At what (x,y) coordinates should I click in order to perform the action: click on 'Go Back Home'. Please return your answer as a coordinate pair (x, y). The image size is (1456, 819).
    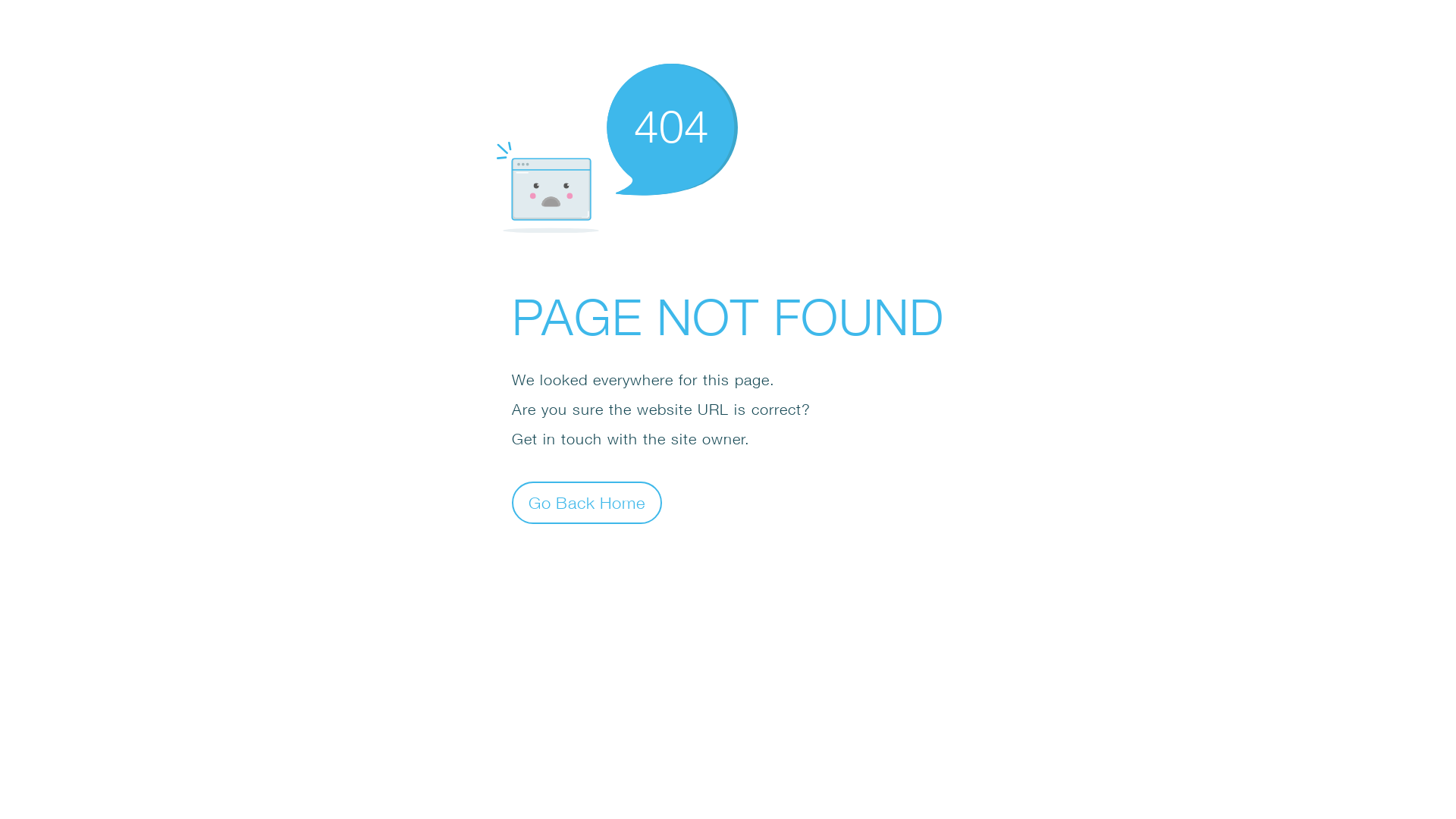
    Looking at the image, I should click on (585, 503).